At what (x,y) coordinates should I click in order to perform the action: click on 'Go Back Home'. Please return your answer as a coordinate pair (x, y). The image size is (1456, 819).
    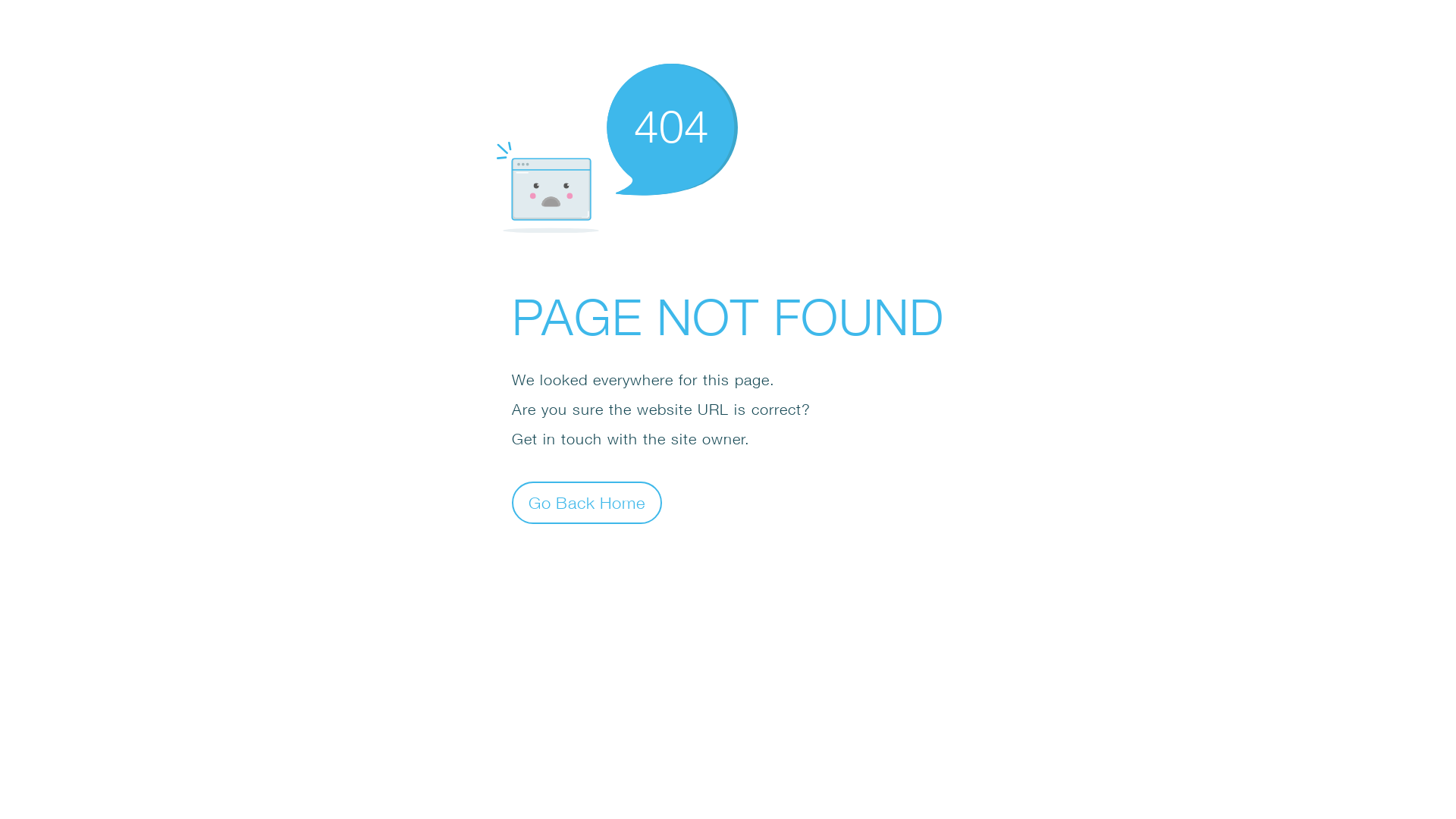
    Looking at the image, I should click on (585, 503).